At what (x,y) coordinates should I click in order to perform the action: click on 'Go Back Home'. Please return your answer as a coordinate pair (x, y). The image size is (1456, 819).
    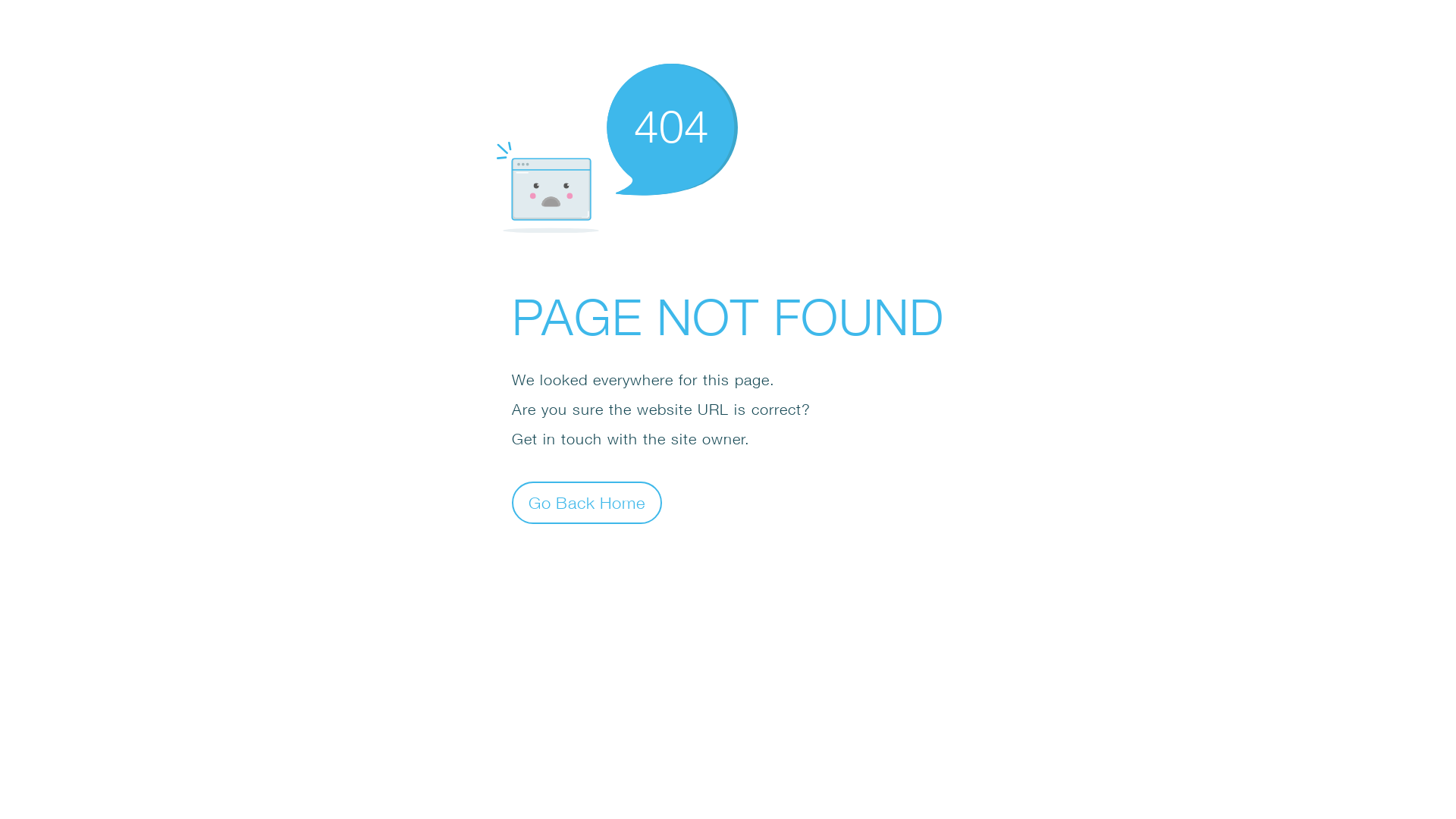
    Looking at the image, I should click on (585, 503).